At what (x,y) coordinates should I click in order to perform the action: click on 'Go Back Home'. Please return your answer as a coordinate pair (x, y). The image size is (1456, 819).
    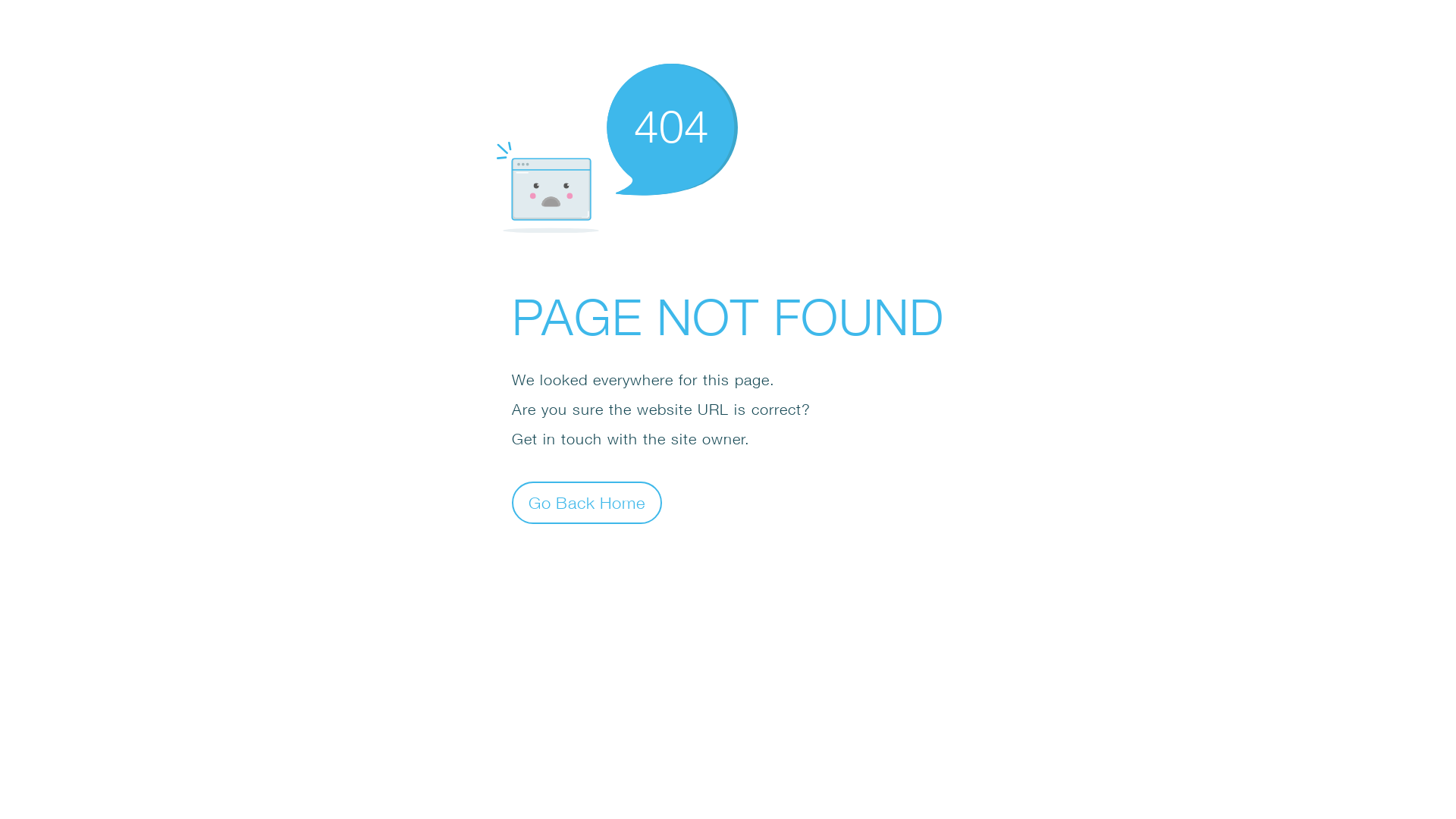
    Looking at the image, I should click on (585, 503).